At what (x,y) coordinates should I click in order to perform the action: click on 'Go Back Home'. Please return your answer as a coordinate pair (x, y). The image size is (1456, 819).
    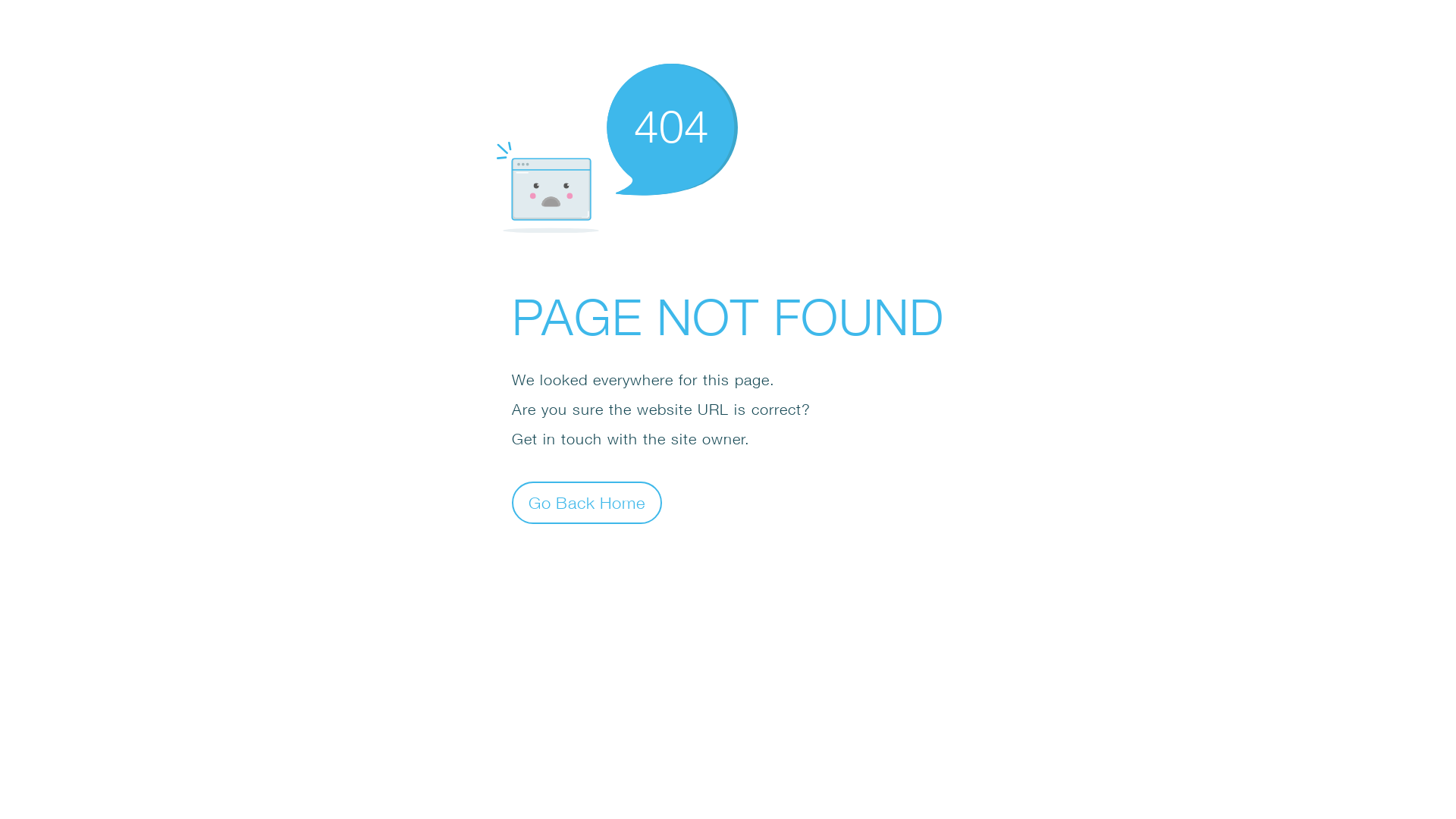
    Looking at the image, I should click on (585, 503).